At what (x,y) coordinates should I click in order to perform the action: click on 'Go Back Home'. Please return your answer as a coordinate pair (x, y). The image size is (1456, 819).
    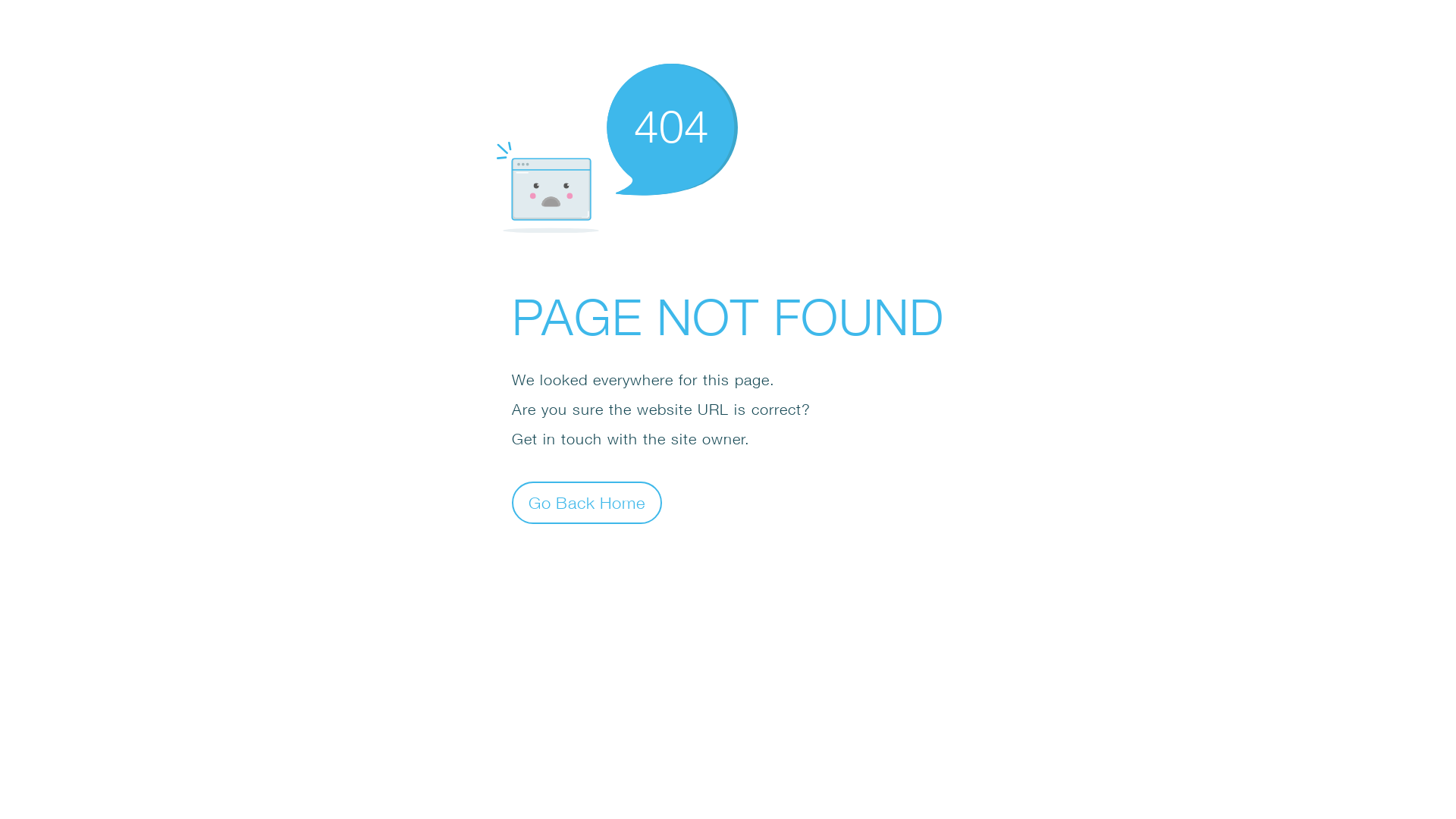
    Looking at the image, I should click on (585, 503).